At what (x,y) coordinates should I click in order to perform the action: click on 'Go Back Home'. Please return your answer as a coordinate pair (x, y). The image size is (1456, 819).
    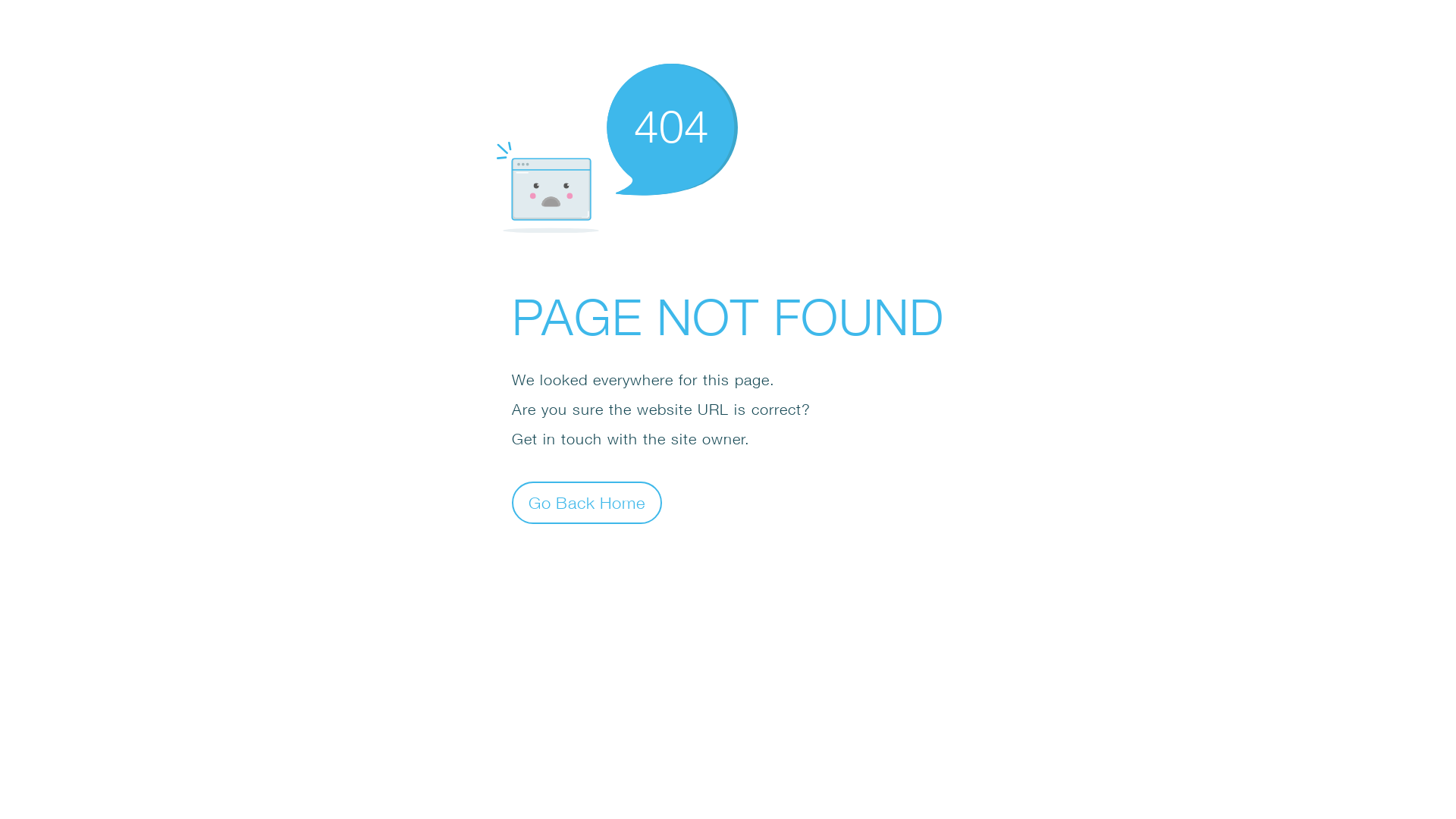
    Looking at the image, I should click on (585, 503).